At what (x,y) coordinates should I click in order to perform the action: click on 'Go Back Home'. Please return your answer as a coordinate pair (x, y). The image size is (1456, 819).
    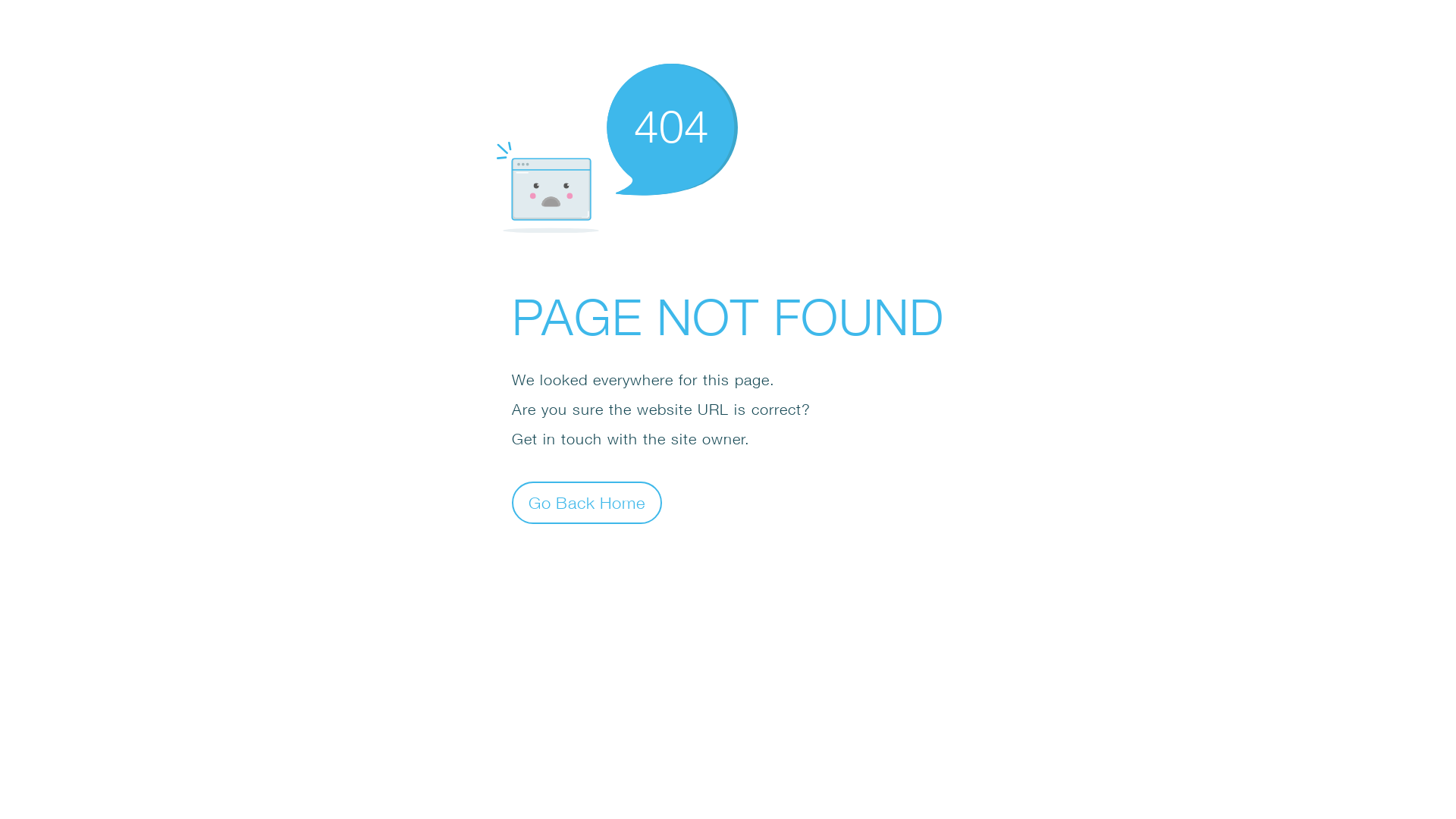
    Looking at the image, I should click on (585, 503).